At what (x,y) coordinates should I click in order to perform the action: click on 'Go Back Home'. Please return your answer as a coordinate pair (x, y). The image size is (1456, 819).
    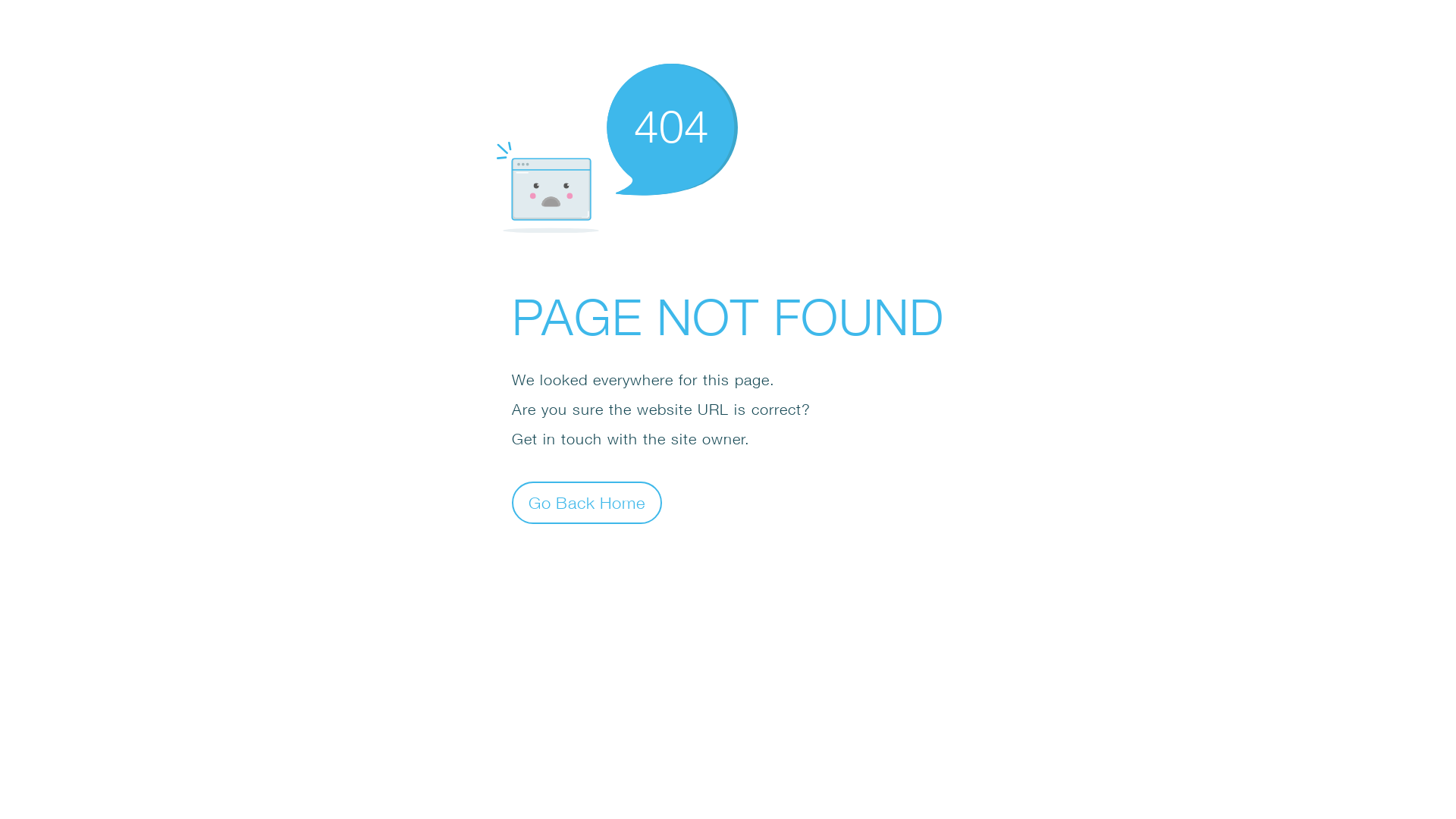
    Looking at the image, I should click on (585, 503).